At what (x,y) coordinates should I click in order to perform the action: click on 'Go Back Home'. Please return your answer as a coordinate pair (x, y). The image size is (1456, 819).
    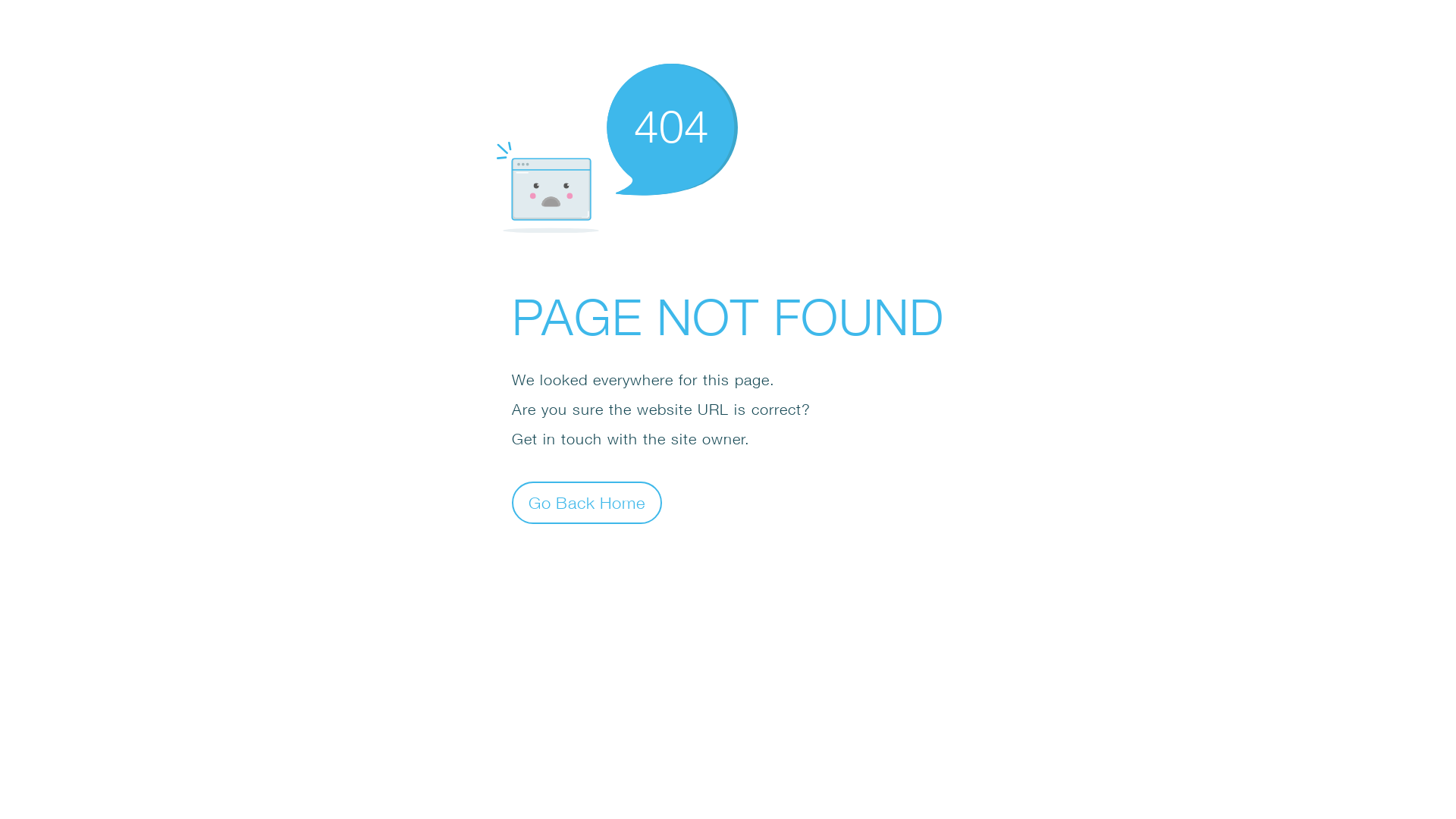
    Looking at the image, I should click on (585, 503).